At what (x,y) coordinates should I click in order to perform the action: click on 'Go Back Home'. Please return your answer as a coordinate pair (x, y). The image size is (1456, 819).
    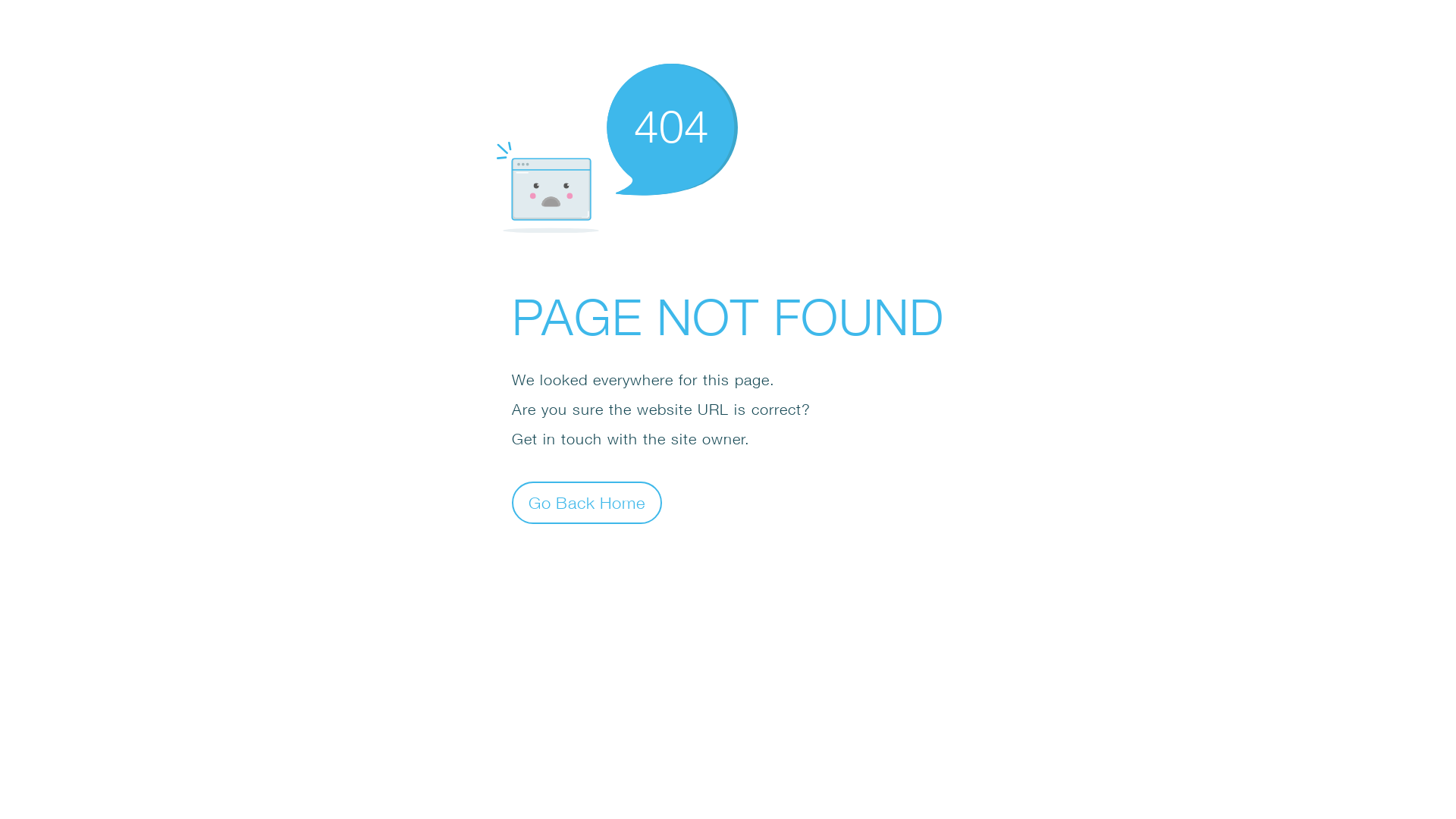
    Looking at the image, I should click on (585, 503).